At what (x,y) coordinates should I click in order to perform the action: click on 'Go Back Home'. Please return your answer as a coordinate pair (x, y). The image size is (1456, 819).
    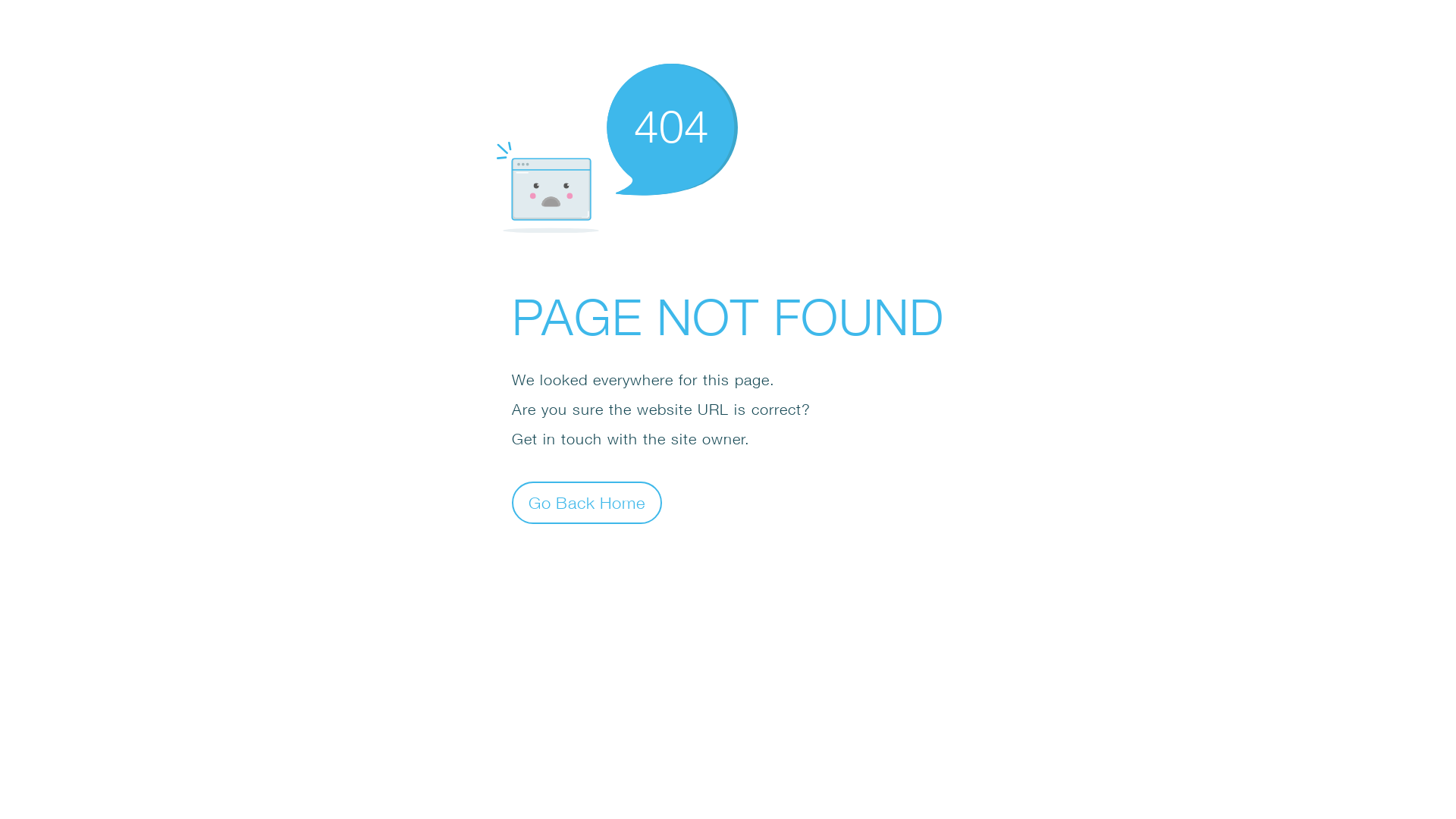
    Looking at the image, I should click on (585, 503).